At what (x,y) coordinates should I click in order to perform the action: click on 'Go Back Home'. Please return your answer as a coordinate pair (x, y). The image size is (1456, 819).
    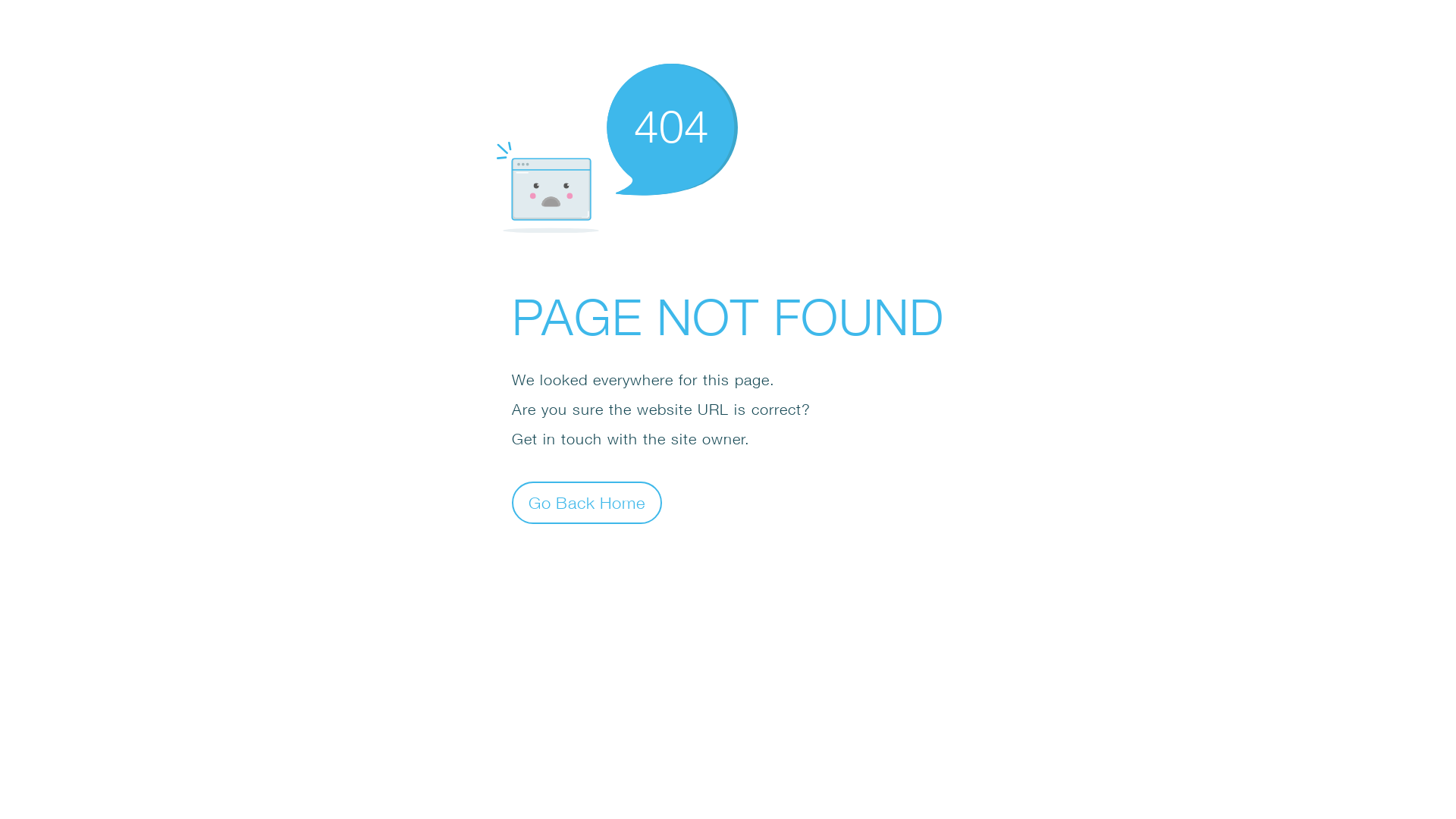
    Looking at the image, I should click on (585, 503).